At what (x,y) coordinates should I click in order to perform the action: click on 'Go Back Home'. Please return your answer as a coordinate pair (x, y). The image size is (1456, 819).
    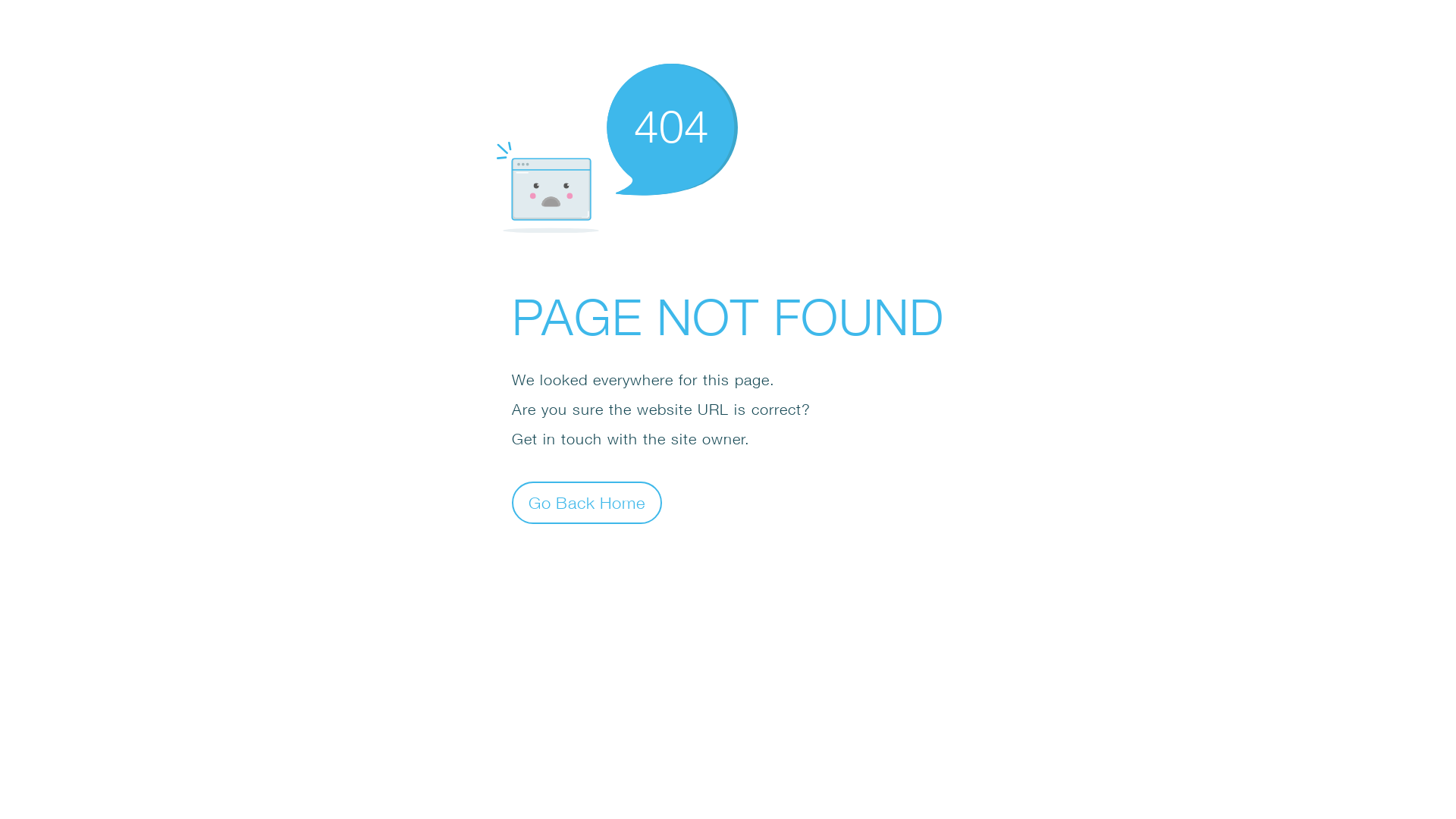
    Looking at the image, I should click on (585, 503).